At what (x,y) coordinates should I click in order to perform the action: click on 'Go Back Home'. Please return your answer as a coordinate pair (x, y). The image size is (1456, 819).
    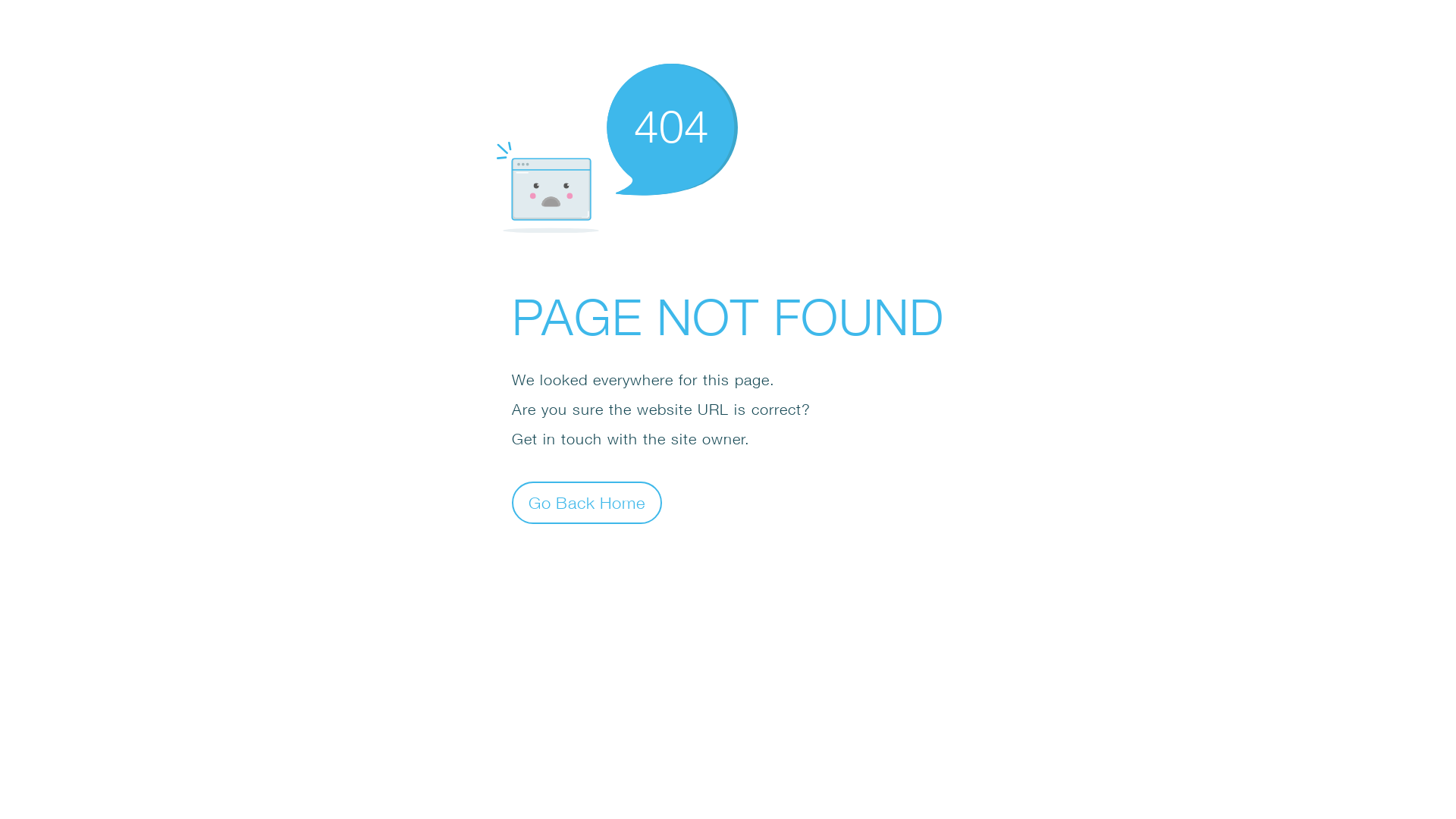
    Looking at the image, I should click on (585, 503).